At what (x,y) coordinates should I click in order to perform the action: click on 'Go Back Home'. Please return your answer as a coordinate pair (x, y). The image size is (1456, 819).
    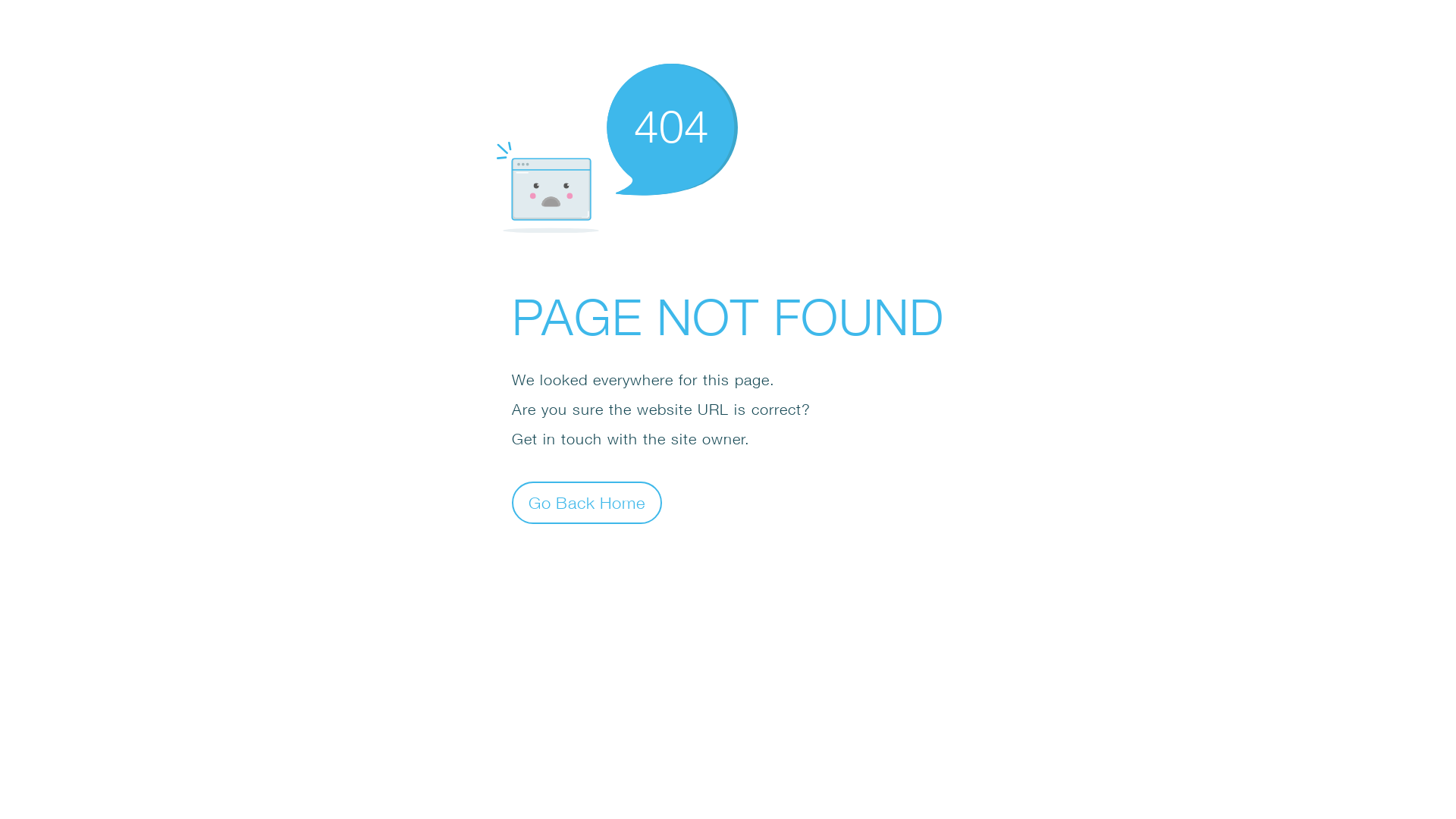
    Looking at the image, I should click on (585, 503).